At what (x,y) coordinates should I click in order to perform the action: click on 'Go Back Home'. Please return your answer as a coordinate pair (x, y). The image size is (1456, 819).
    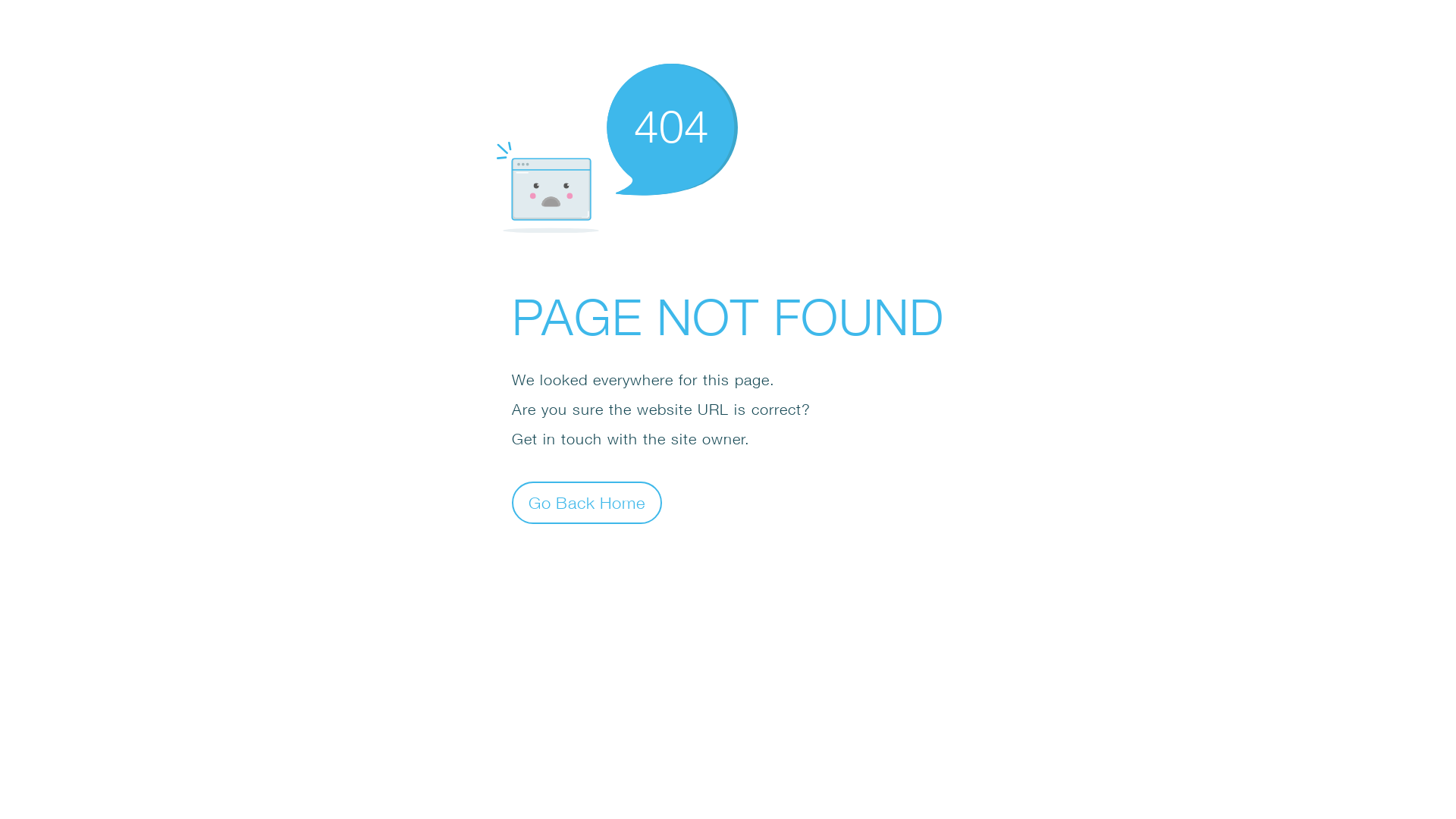
    Looking at the image, I should click on (585, 503).